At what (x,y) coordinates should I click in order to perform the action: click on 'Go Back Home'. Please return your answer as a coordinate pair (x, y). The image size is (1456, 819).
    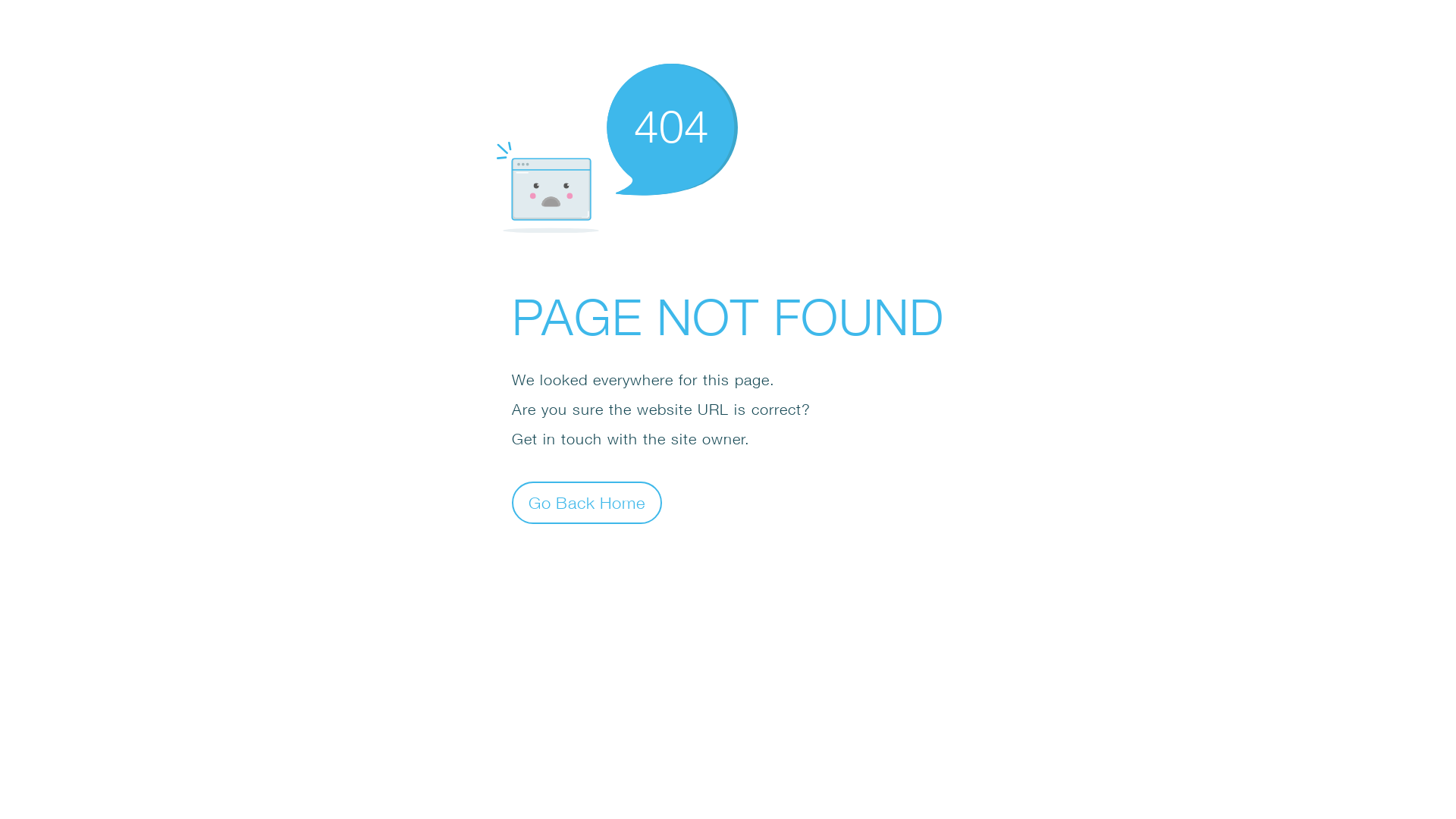
    Looking at the image, I should click on (585, 503).